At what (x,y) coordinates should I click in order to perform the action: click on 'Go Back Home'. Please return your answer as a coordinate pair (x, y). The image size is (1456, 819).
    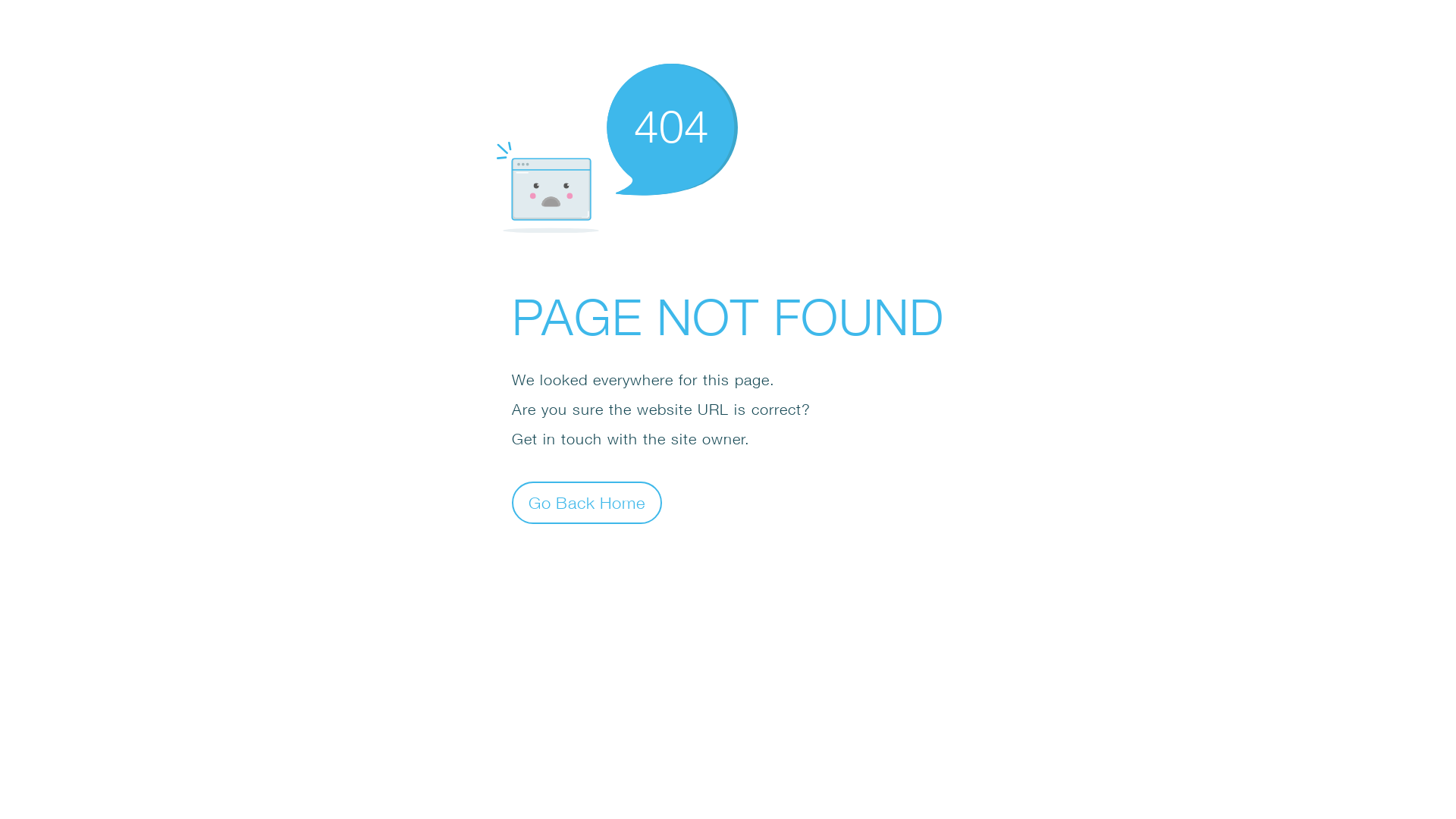
    Looking at the image, I should click on (585, 503).